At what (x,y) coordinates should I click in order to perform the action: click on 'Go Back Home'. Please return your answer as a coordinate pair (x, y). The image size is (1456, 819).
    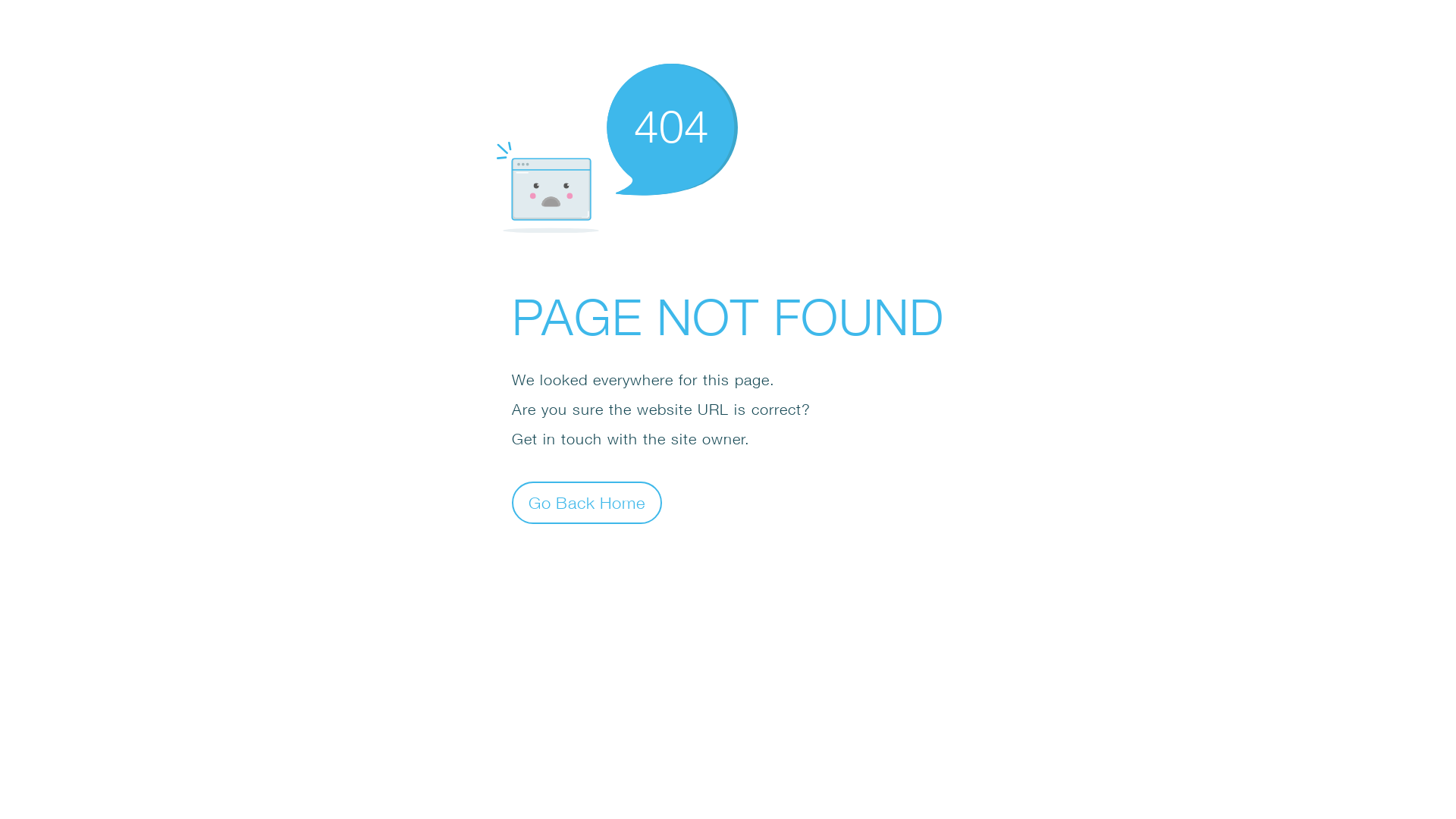
    Looking at the image, I should click on (585, 503).